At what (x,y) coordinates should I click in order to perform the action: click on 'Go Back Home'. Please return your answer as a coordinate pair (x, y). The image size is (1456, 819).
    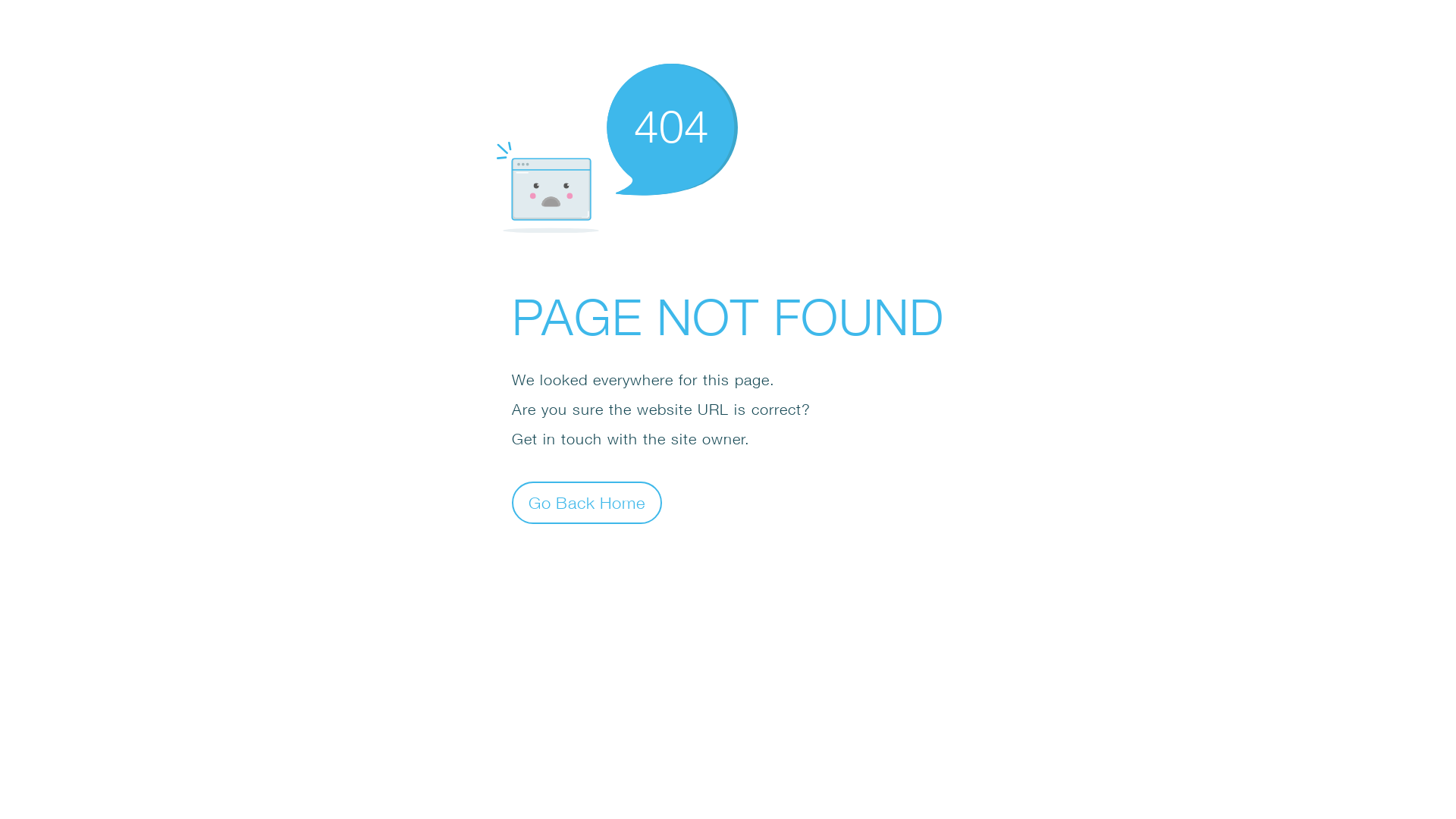
    Looking at the image, I should click on (585, 503).